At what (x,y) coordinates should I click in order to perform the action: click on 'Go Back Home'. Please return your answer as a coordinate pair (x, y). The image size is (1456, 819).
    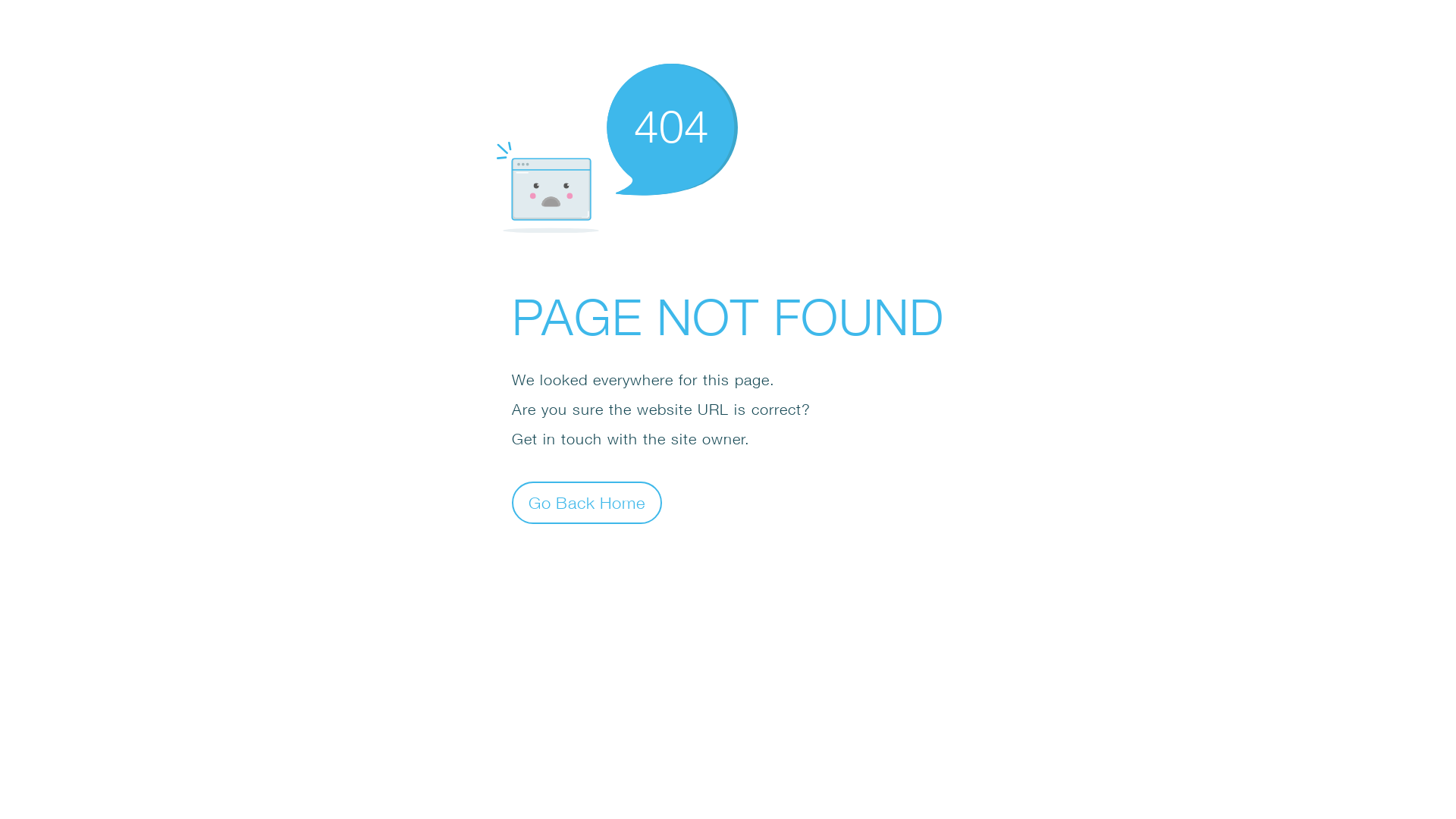
    Looking at the image, I should click on (585, 503).